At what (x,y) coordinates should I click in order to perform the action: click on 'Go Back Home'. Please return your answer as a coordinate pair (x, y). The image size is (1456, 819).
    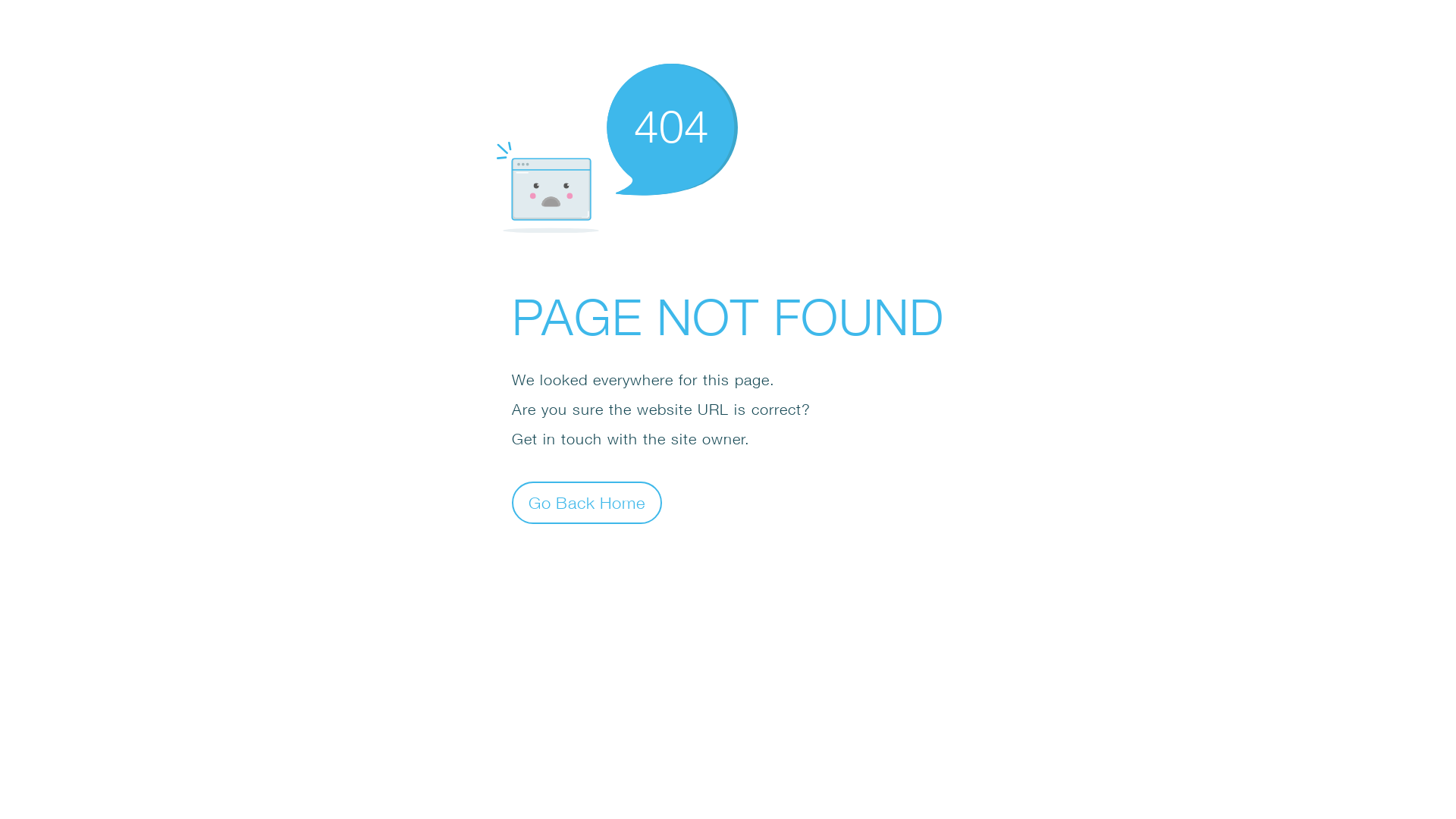
    Looking at the image, I should click on (585, 503).